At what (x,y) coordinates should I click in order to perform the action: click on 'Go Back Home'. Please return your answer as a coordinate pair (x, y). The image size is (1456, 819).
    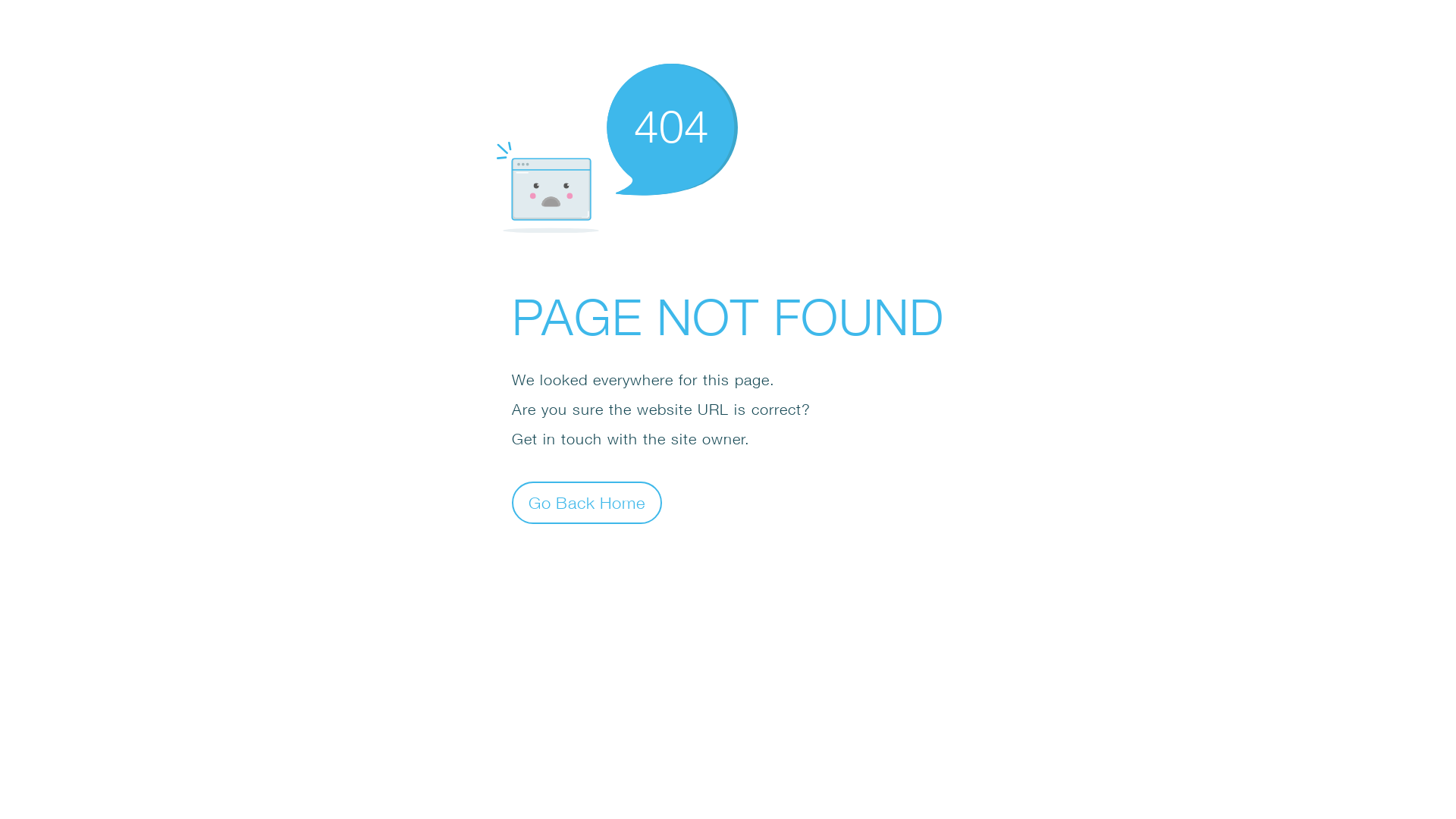
    Looking at the image, I should click on (585, 503).